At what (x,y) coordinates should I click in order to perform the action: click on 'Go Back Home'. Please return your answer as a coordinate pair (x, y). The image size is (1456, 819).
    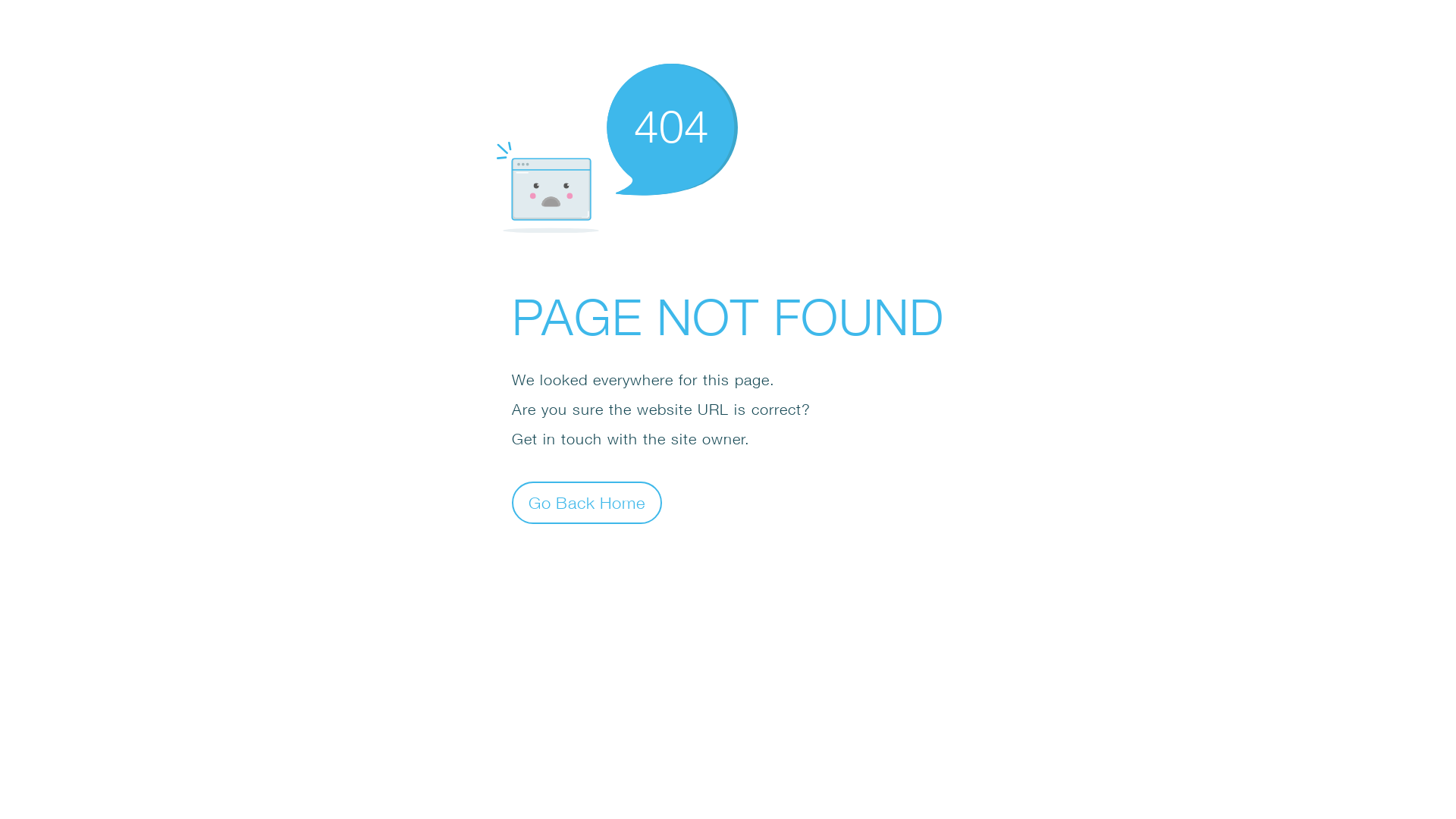
    Looking at the image, I should click on (585, 503).